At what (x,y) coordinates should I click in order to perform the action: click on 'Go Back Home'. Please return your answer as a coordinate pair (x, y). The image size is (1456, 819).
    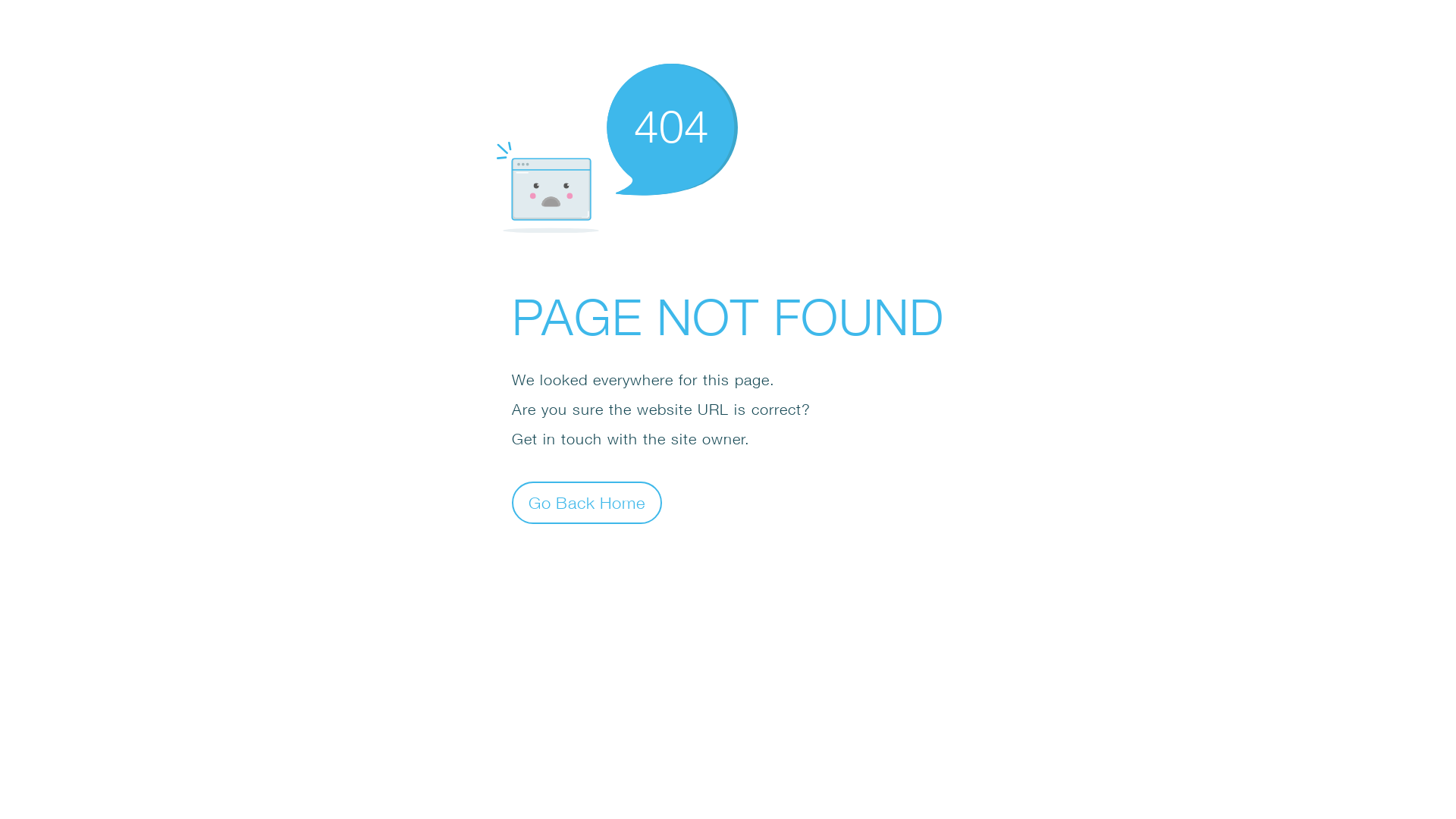
    Looking at the image, I should click on (585, 503).